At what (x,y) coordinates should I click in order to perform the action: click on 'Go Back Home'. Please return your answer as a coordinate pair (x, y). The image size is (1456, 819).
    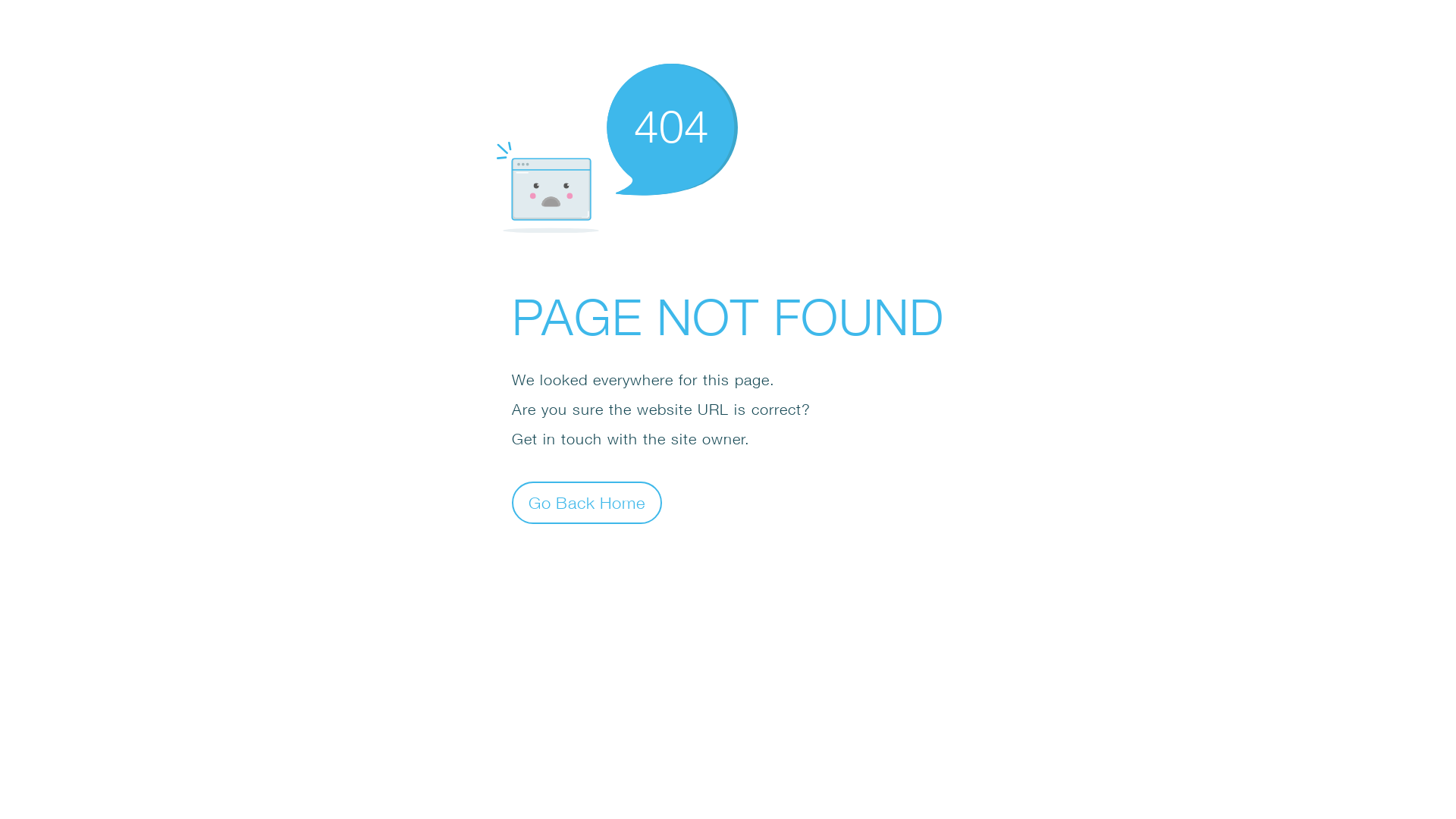
    Looking at the image, I should click on (585, 503).